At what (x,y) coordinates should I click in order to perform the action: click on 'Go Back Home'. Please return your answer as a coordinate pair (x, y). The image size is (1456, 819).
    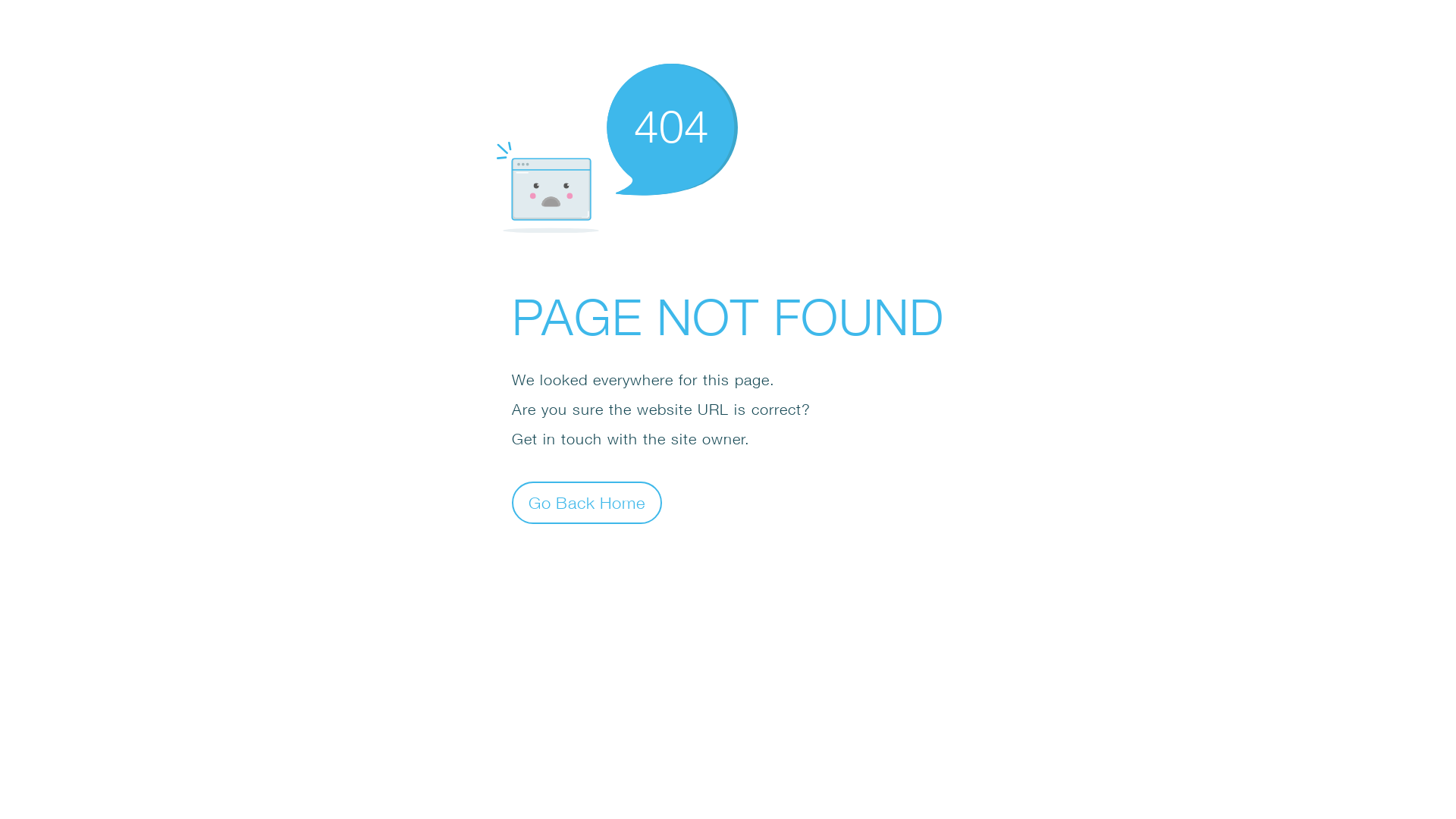
    Looking at the image, I should click on (585, 503).